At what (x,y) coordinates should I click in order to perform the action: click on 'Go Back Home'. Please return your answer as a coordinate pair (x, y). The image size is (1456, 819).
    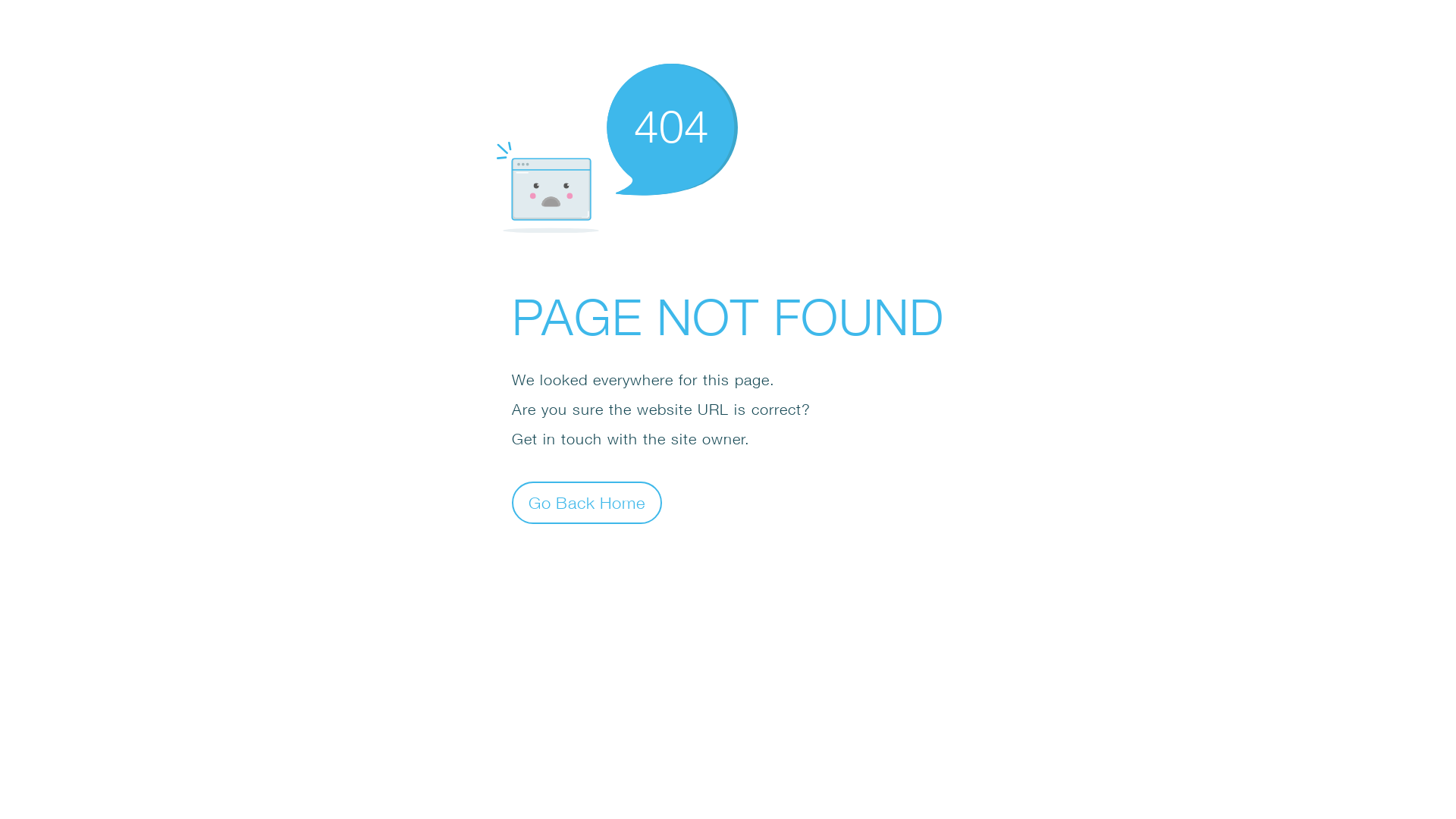
    Looking at the image, I should click on (585, 503).